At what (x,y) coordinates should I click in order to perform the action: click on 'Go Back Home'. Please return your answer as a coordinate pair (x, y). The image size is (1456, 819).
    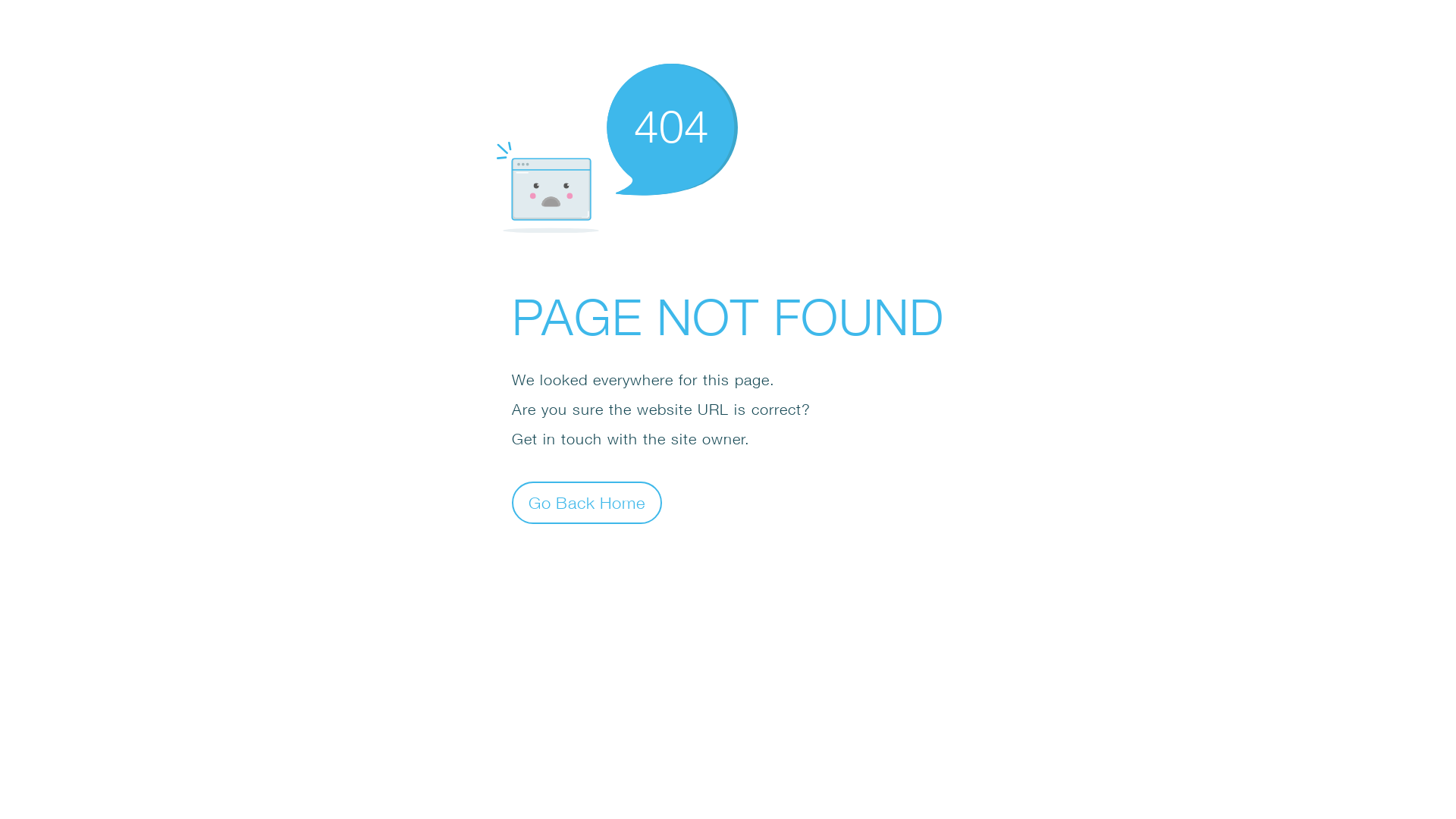
    Looking at the image, I should click on (585, 503).